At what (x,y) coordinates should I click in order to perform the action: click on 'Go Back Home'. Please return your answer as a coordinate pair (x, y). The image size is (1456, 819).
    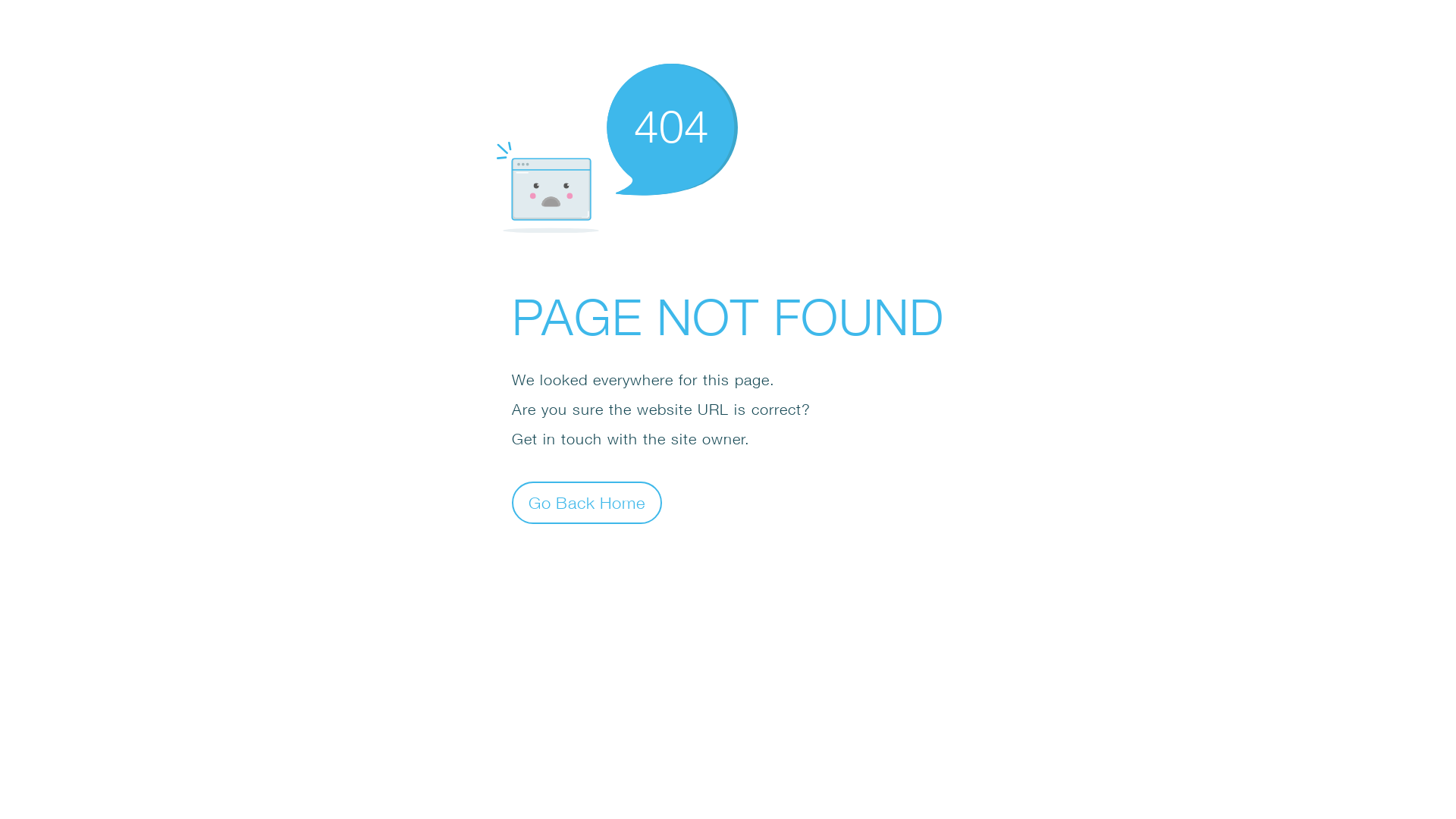
    Looking at the image, I should click on (585, 503).